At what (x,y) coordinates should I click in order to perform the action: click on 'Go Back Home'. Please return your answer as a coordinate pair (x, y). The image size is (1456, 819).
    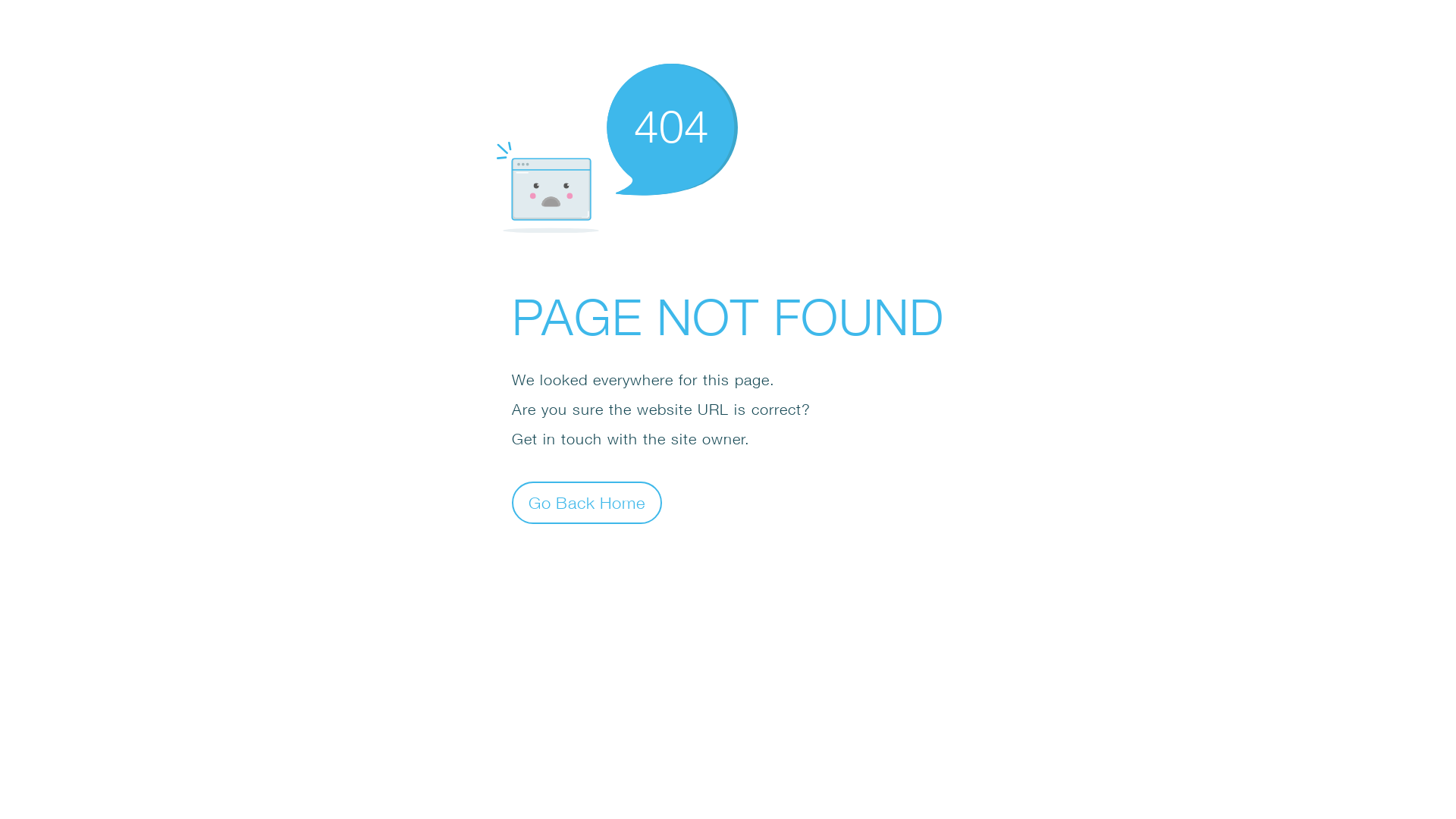
    Looking at the image, I should click on (585, 503).